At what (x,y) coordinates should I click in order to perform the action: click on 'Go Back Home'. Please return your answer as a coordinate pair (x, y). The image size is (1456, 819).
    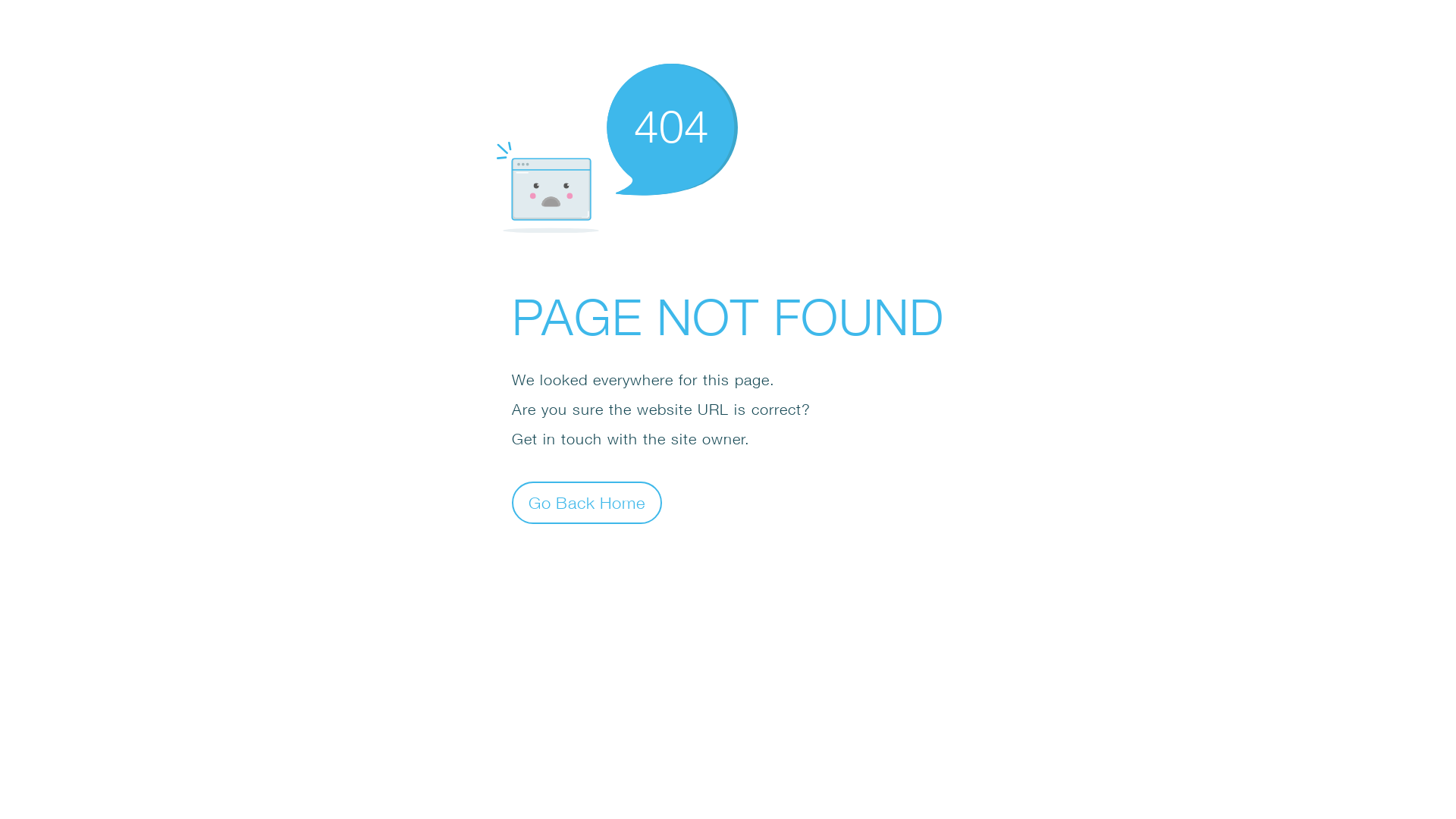
    Looking at the image, I should click on (585, 503).